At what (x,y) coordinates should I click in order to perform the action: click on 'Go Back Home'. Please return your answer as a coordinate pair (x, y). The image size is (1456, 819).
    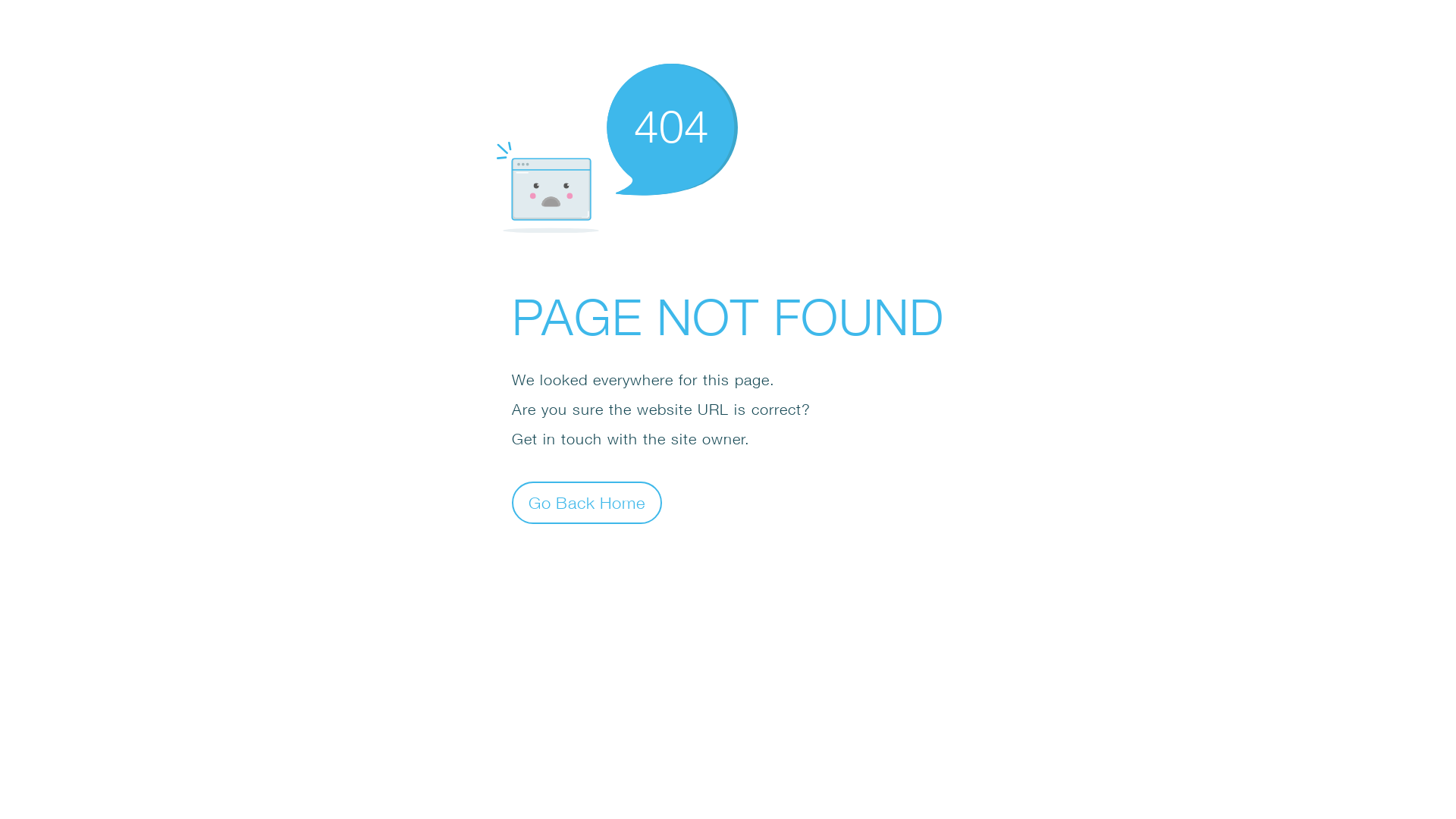
    Looking at the image, I should click on (585, 503).